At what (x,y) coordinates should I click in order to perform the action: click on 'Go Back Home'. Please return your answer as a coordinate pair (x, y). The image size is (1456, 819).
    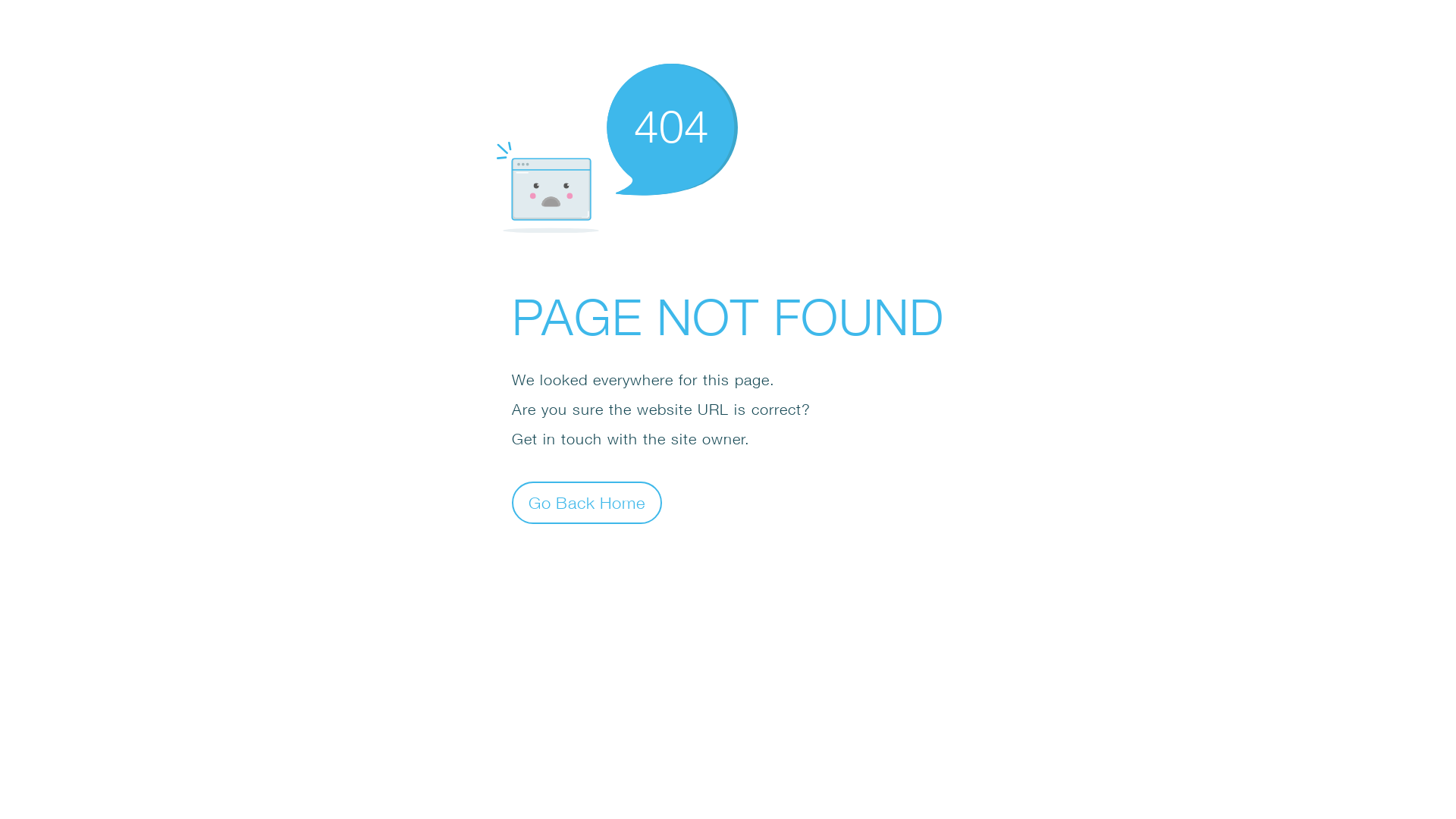
    Looking at the image, I should click on (585, 503).